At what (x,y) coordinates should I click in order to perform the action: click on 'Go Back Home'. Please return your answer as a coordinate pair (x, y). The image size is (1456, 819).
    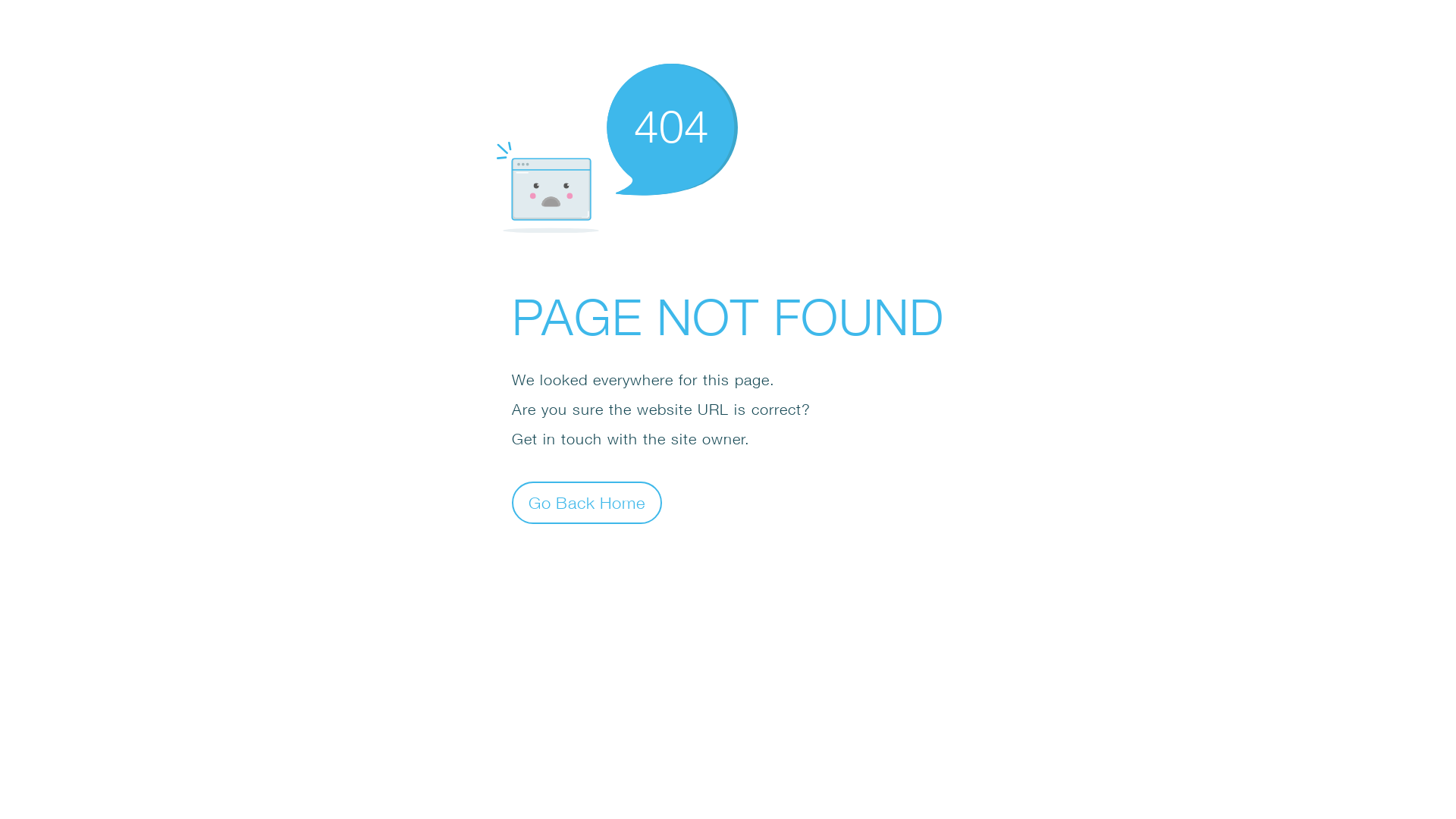
    Looking at the image, I should click on (585, 503).